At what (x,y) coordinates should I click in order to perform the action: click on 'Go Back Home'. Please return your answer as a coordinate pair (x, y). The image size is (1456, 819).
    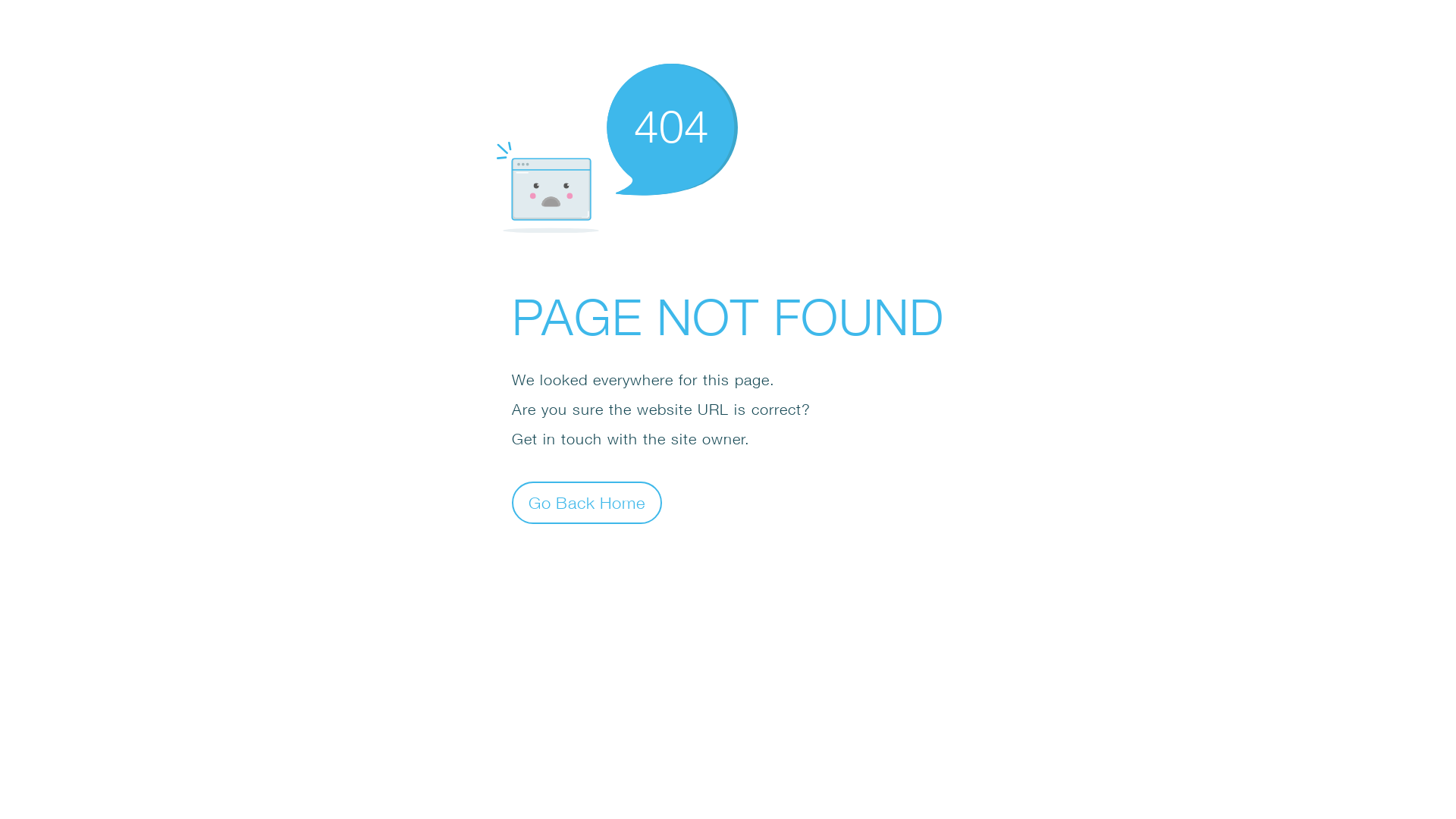
    Looking at the image, I should click on (585, 503).